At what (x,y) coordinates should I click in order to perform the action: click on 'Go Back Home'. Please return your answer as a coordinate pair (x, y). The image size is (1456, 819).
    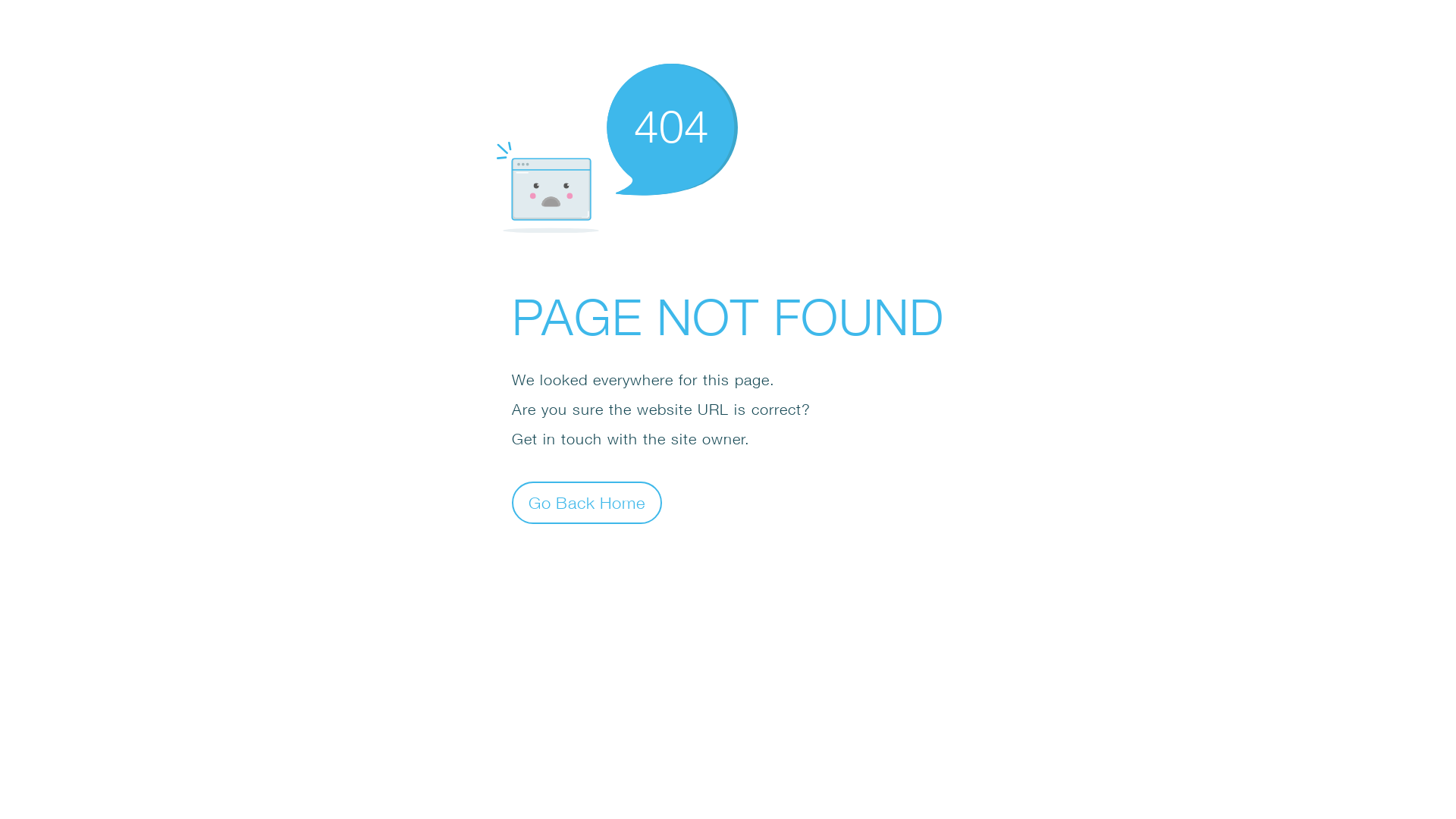
    Looking at the image, I should click on (585, 503).